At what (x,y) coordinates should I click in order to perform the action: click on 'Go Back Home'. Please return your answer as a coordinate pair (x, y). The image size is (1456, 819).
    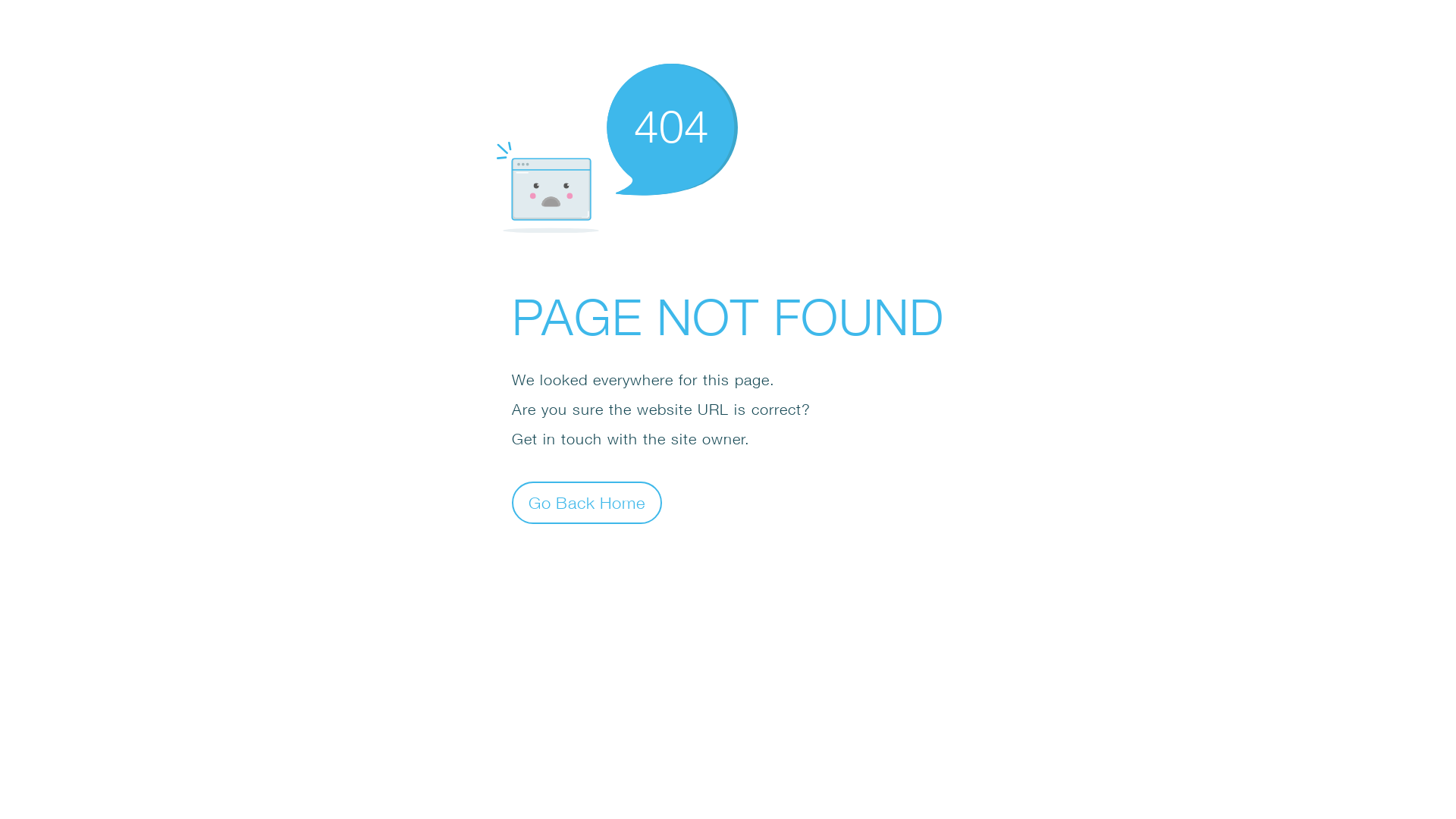
    Looking at the image, I should click on (585, 503).